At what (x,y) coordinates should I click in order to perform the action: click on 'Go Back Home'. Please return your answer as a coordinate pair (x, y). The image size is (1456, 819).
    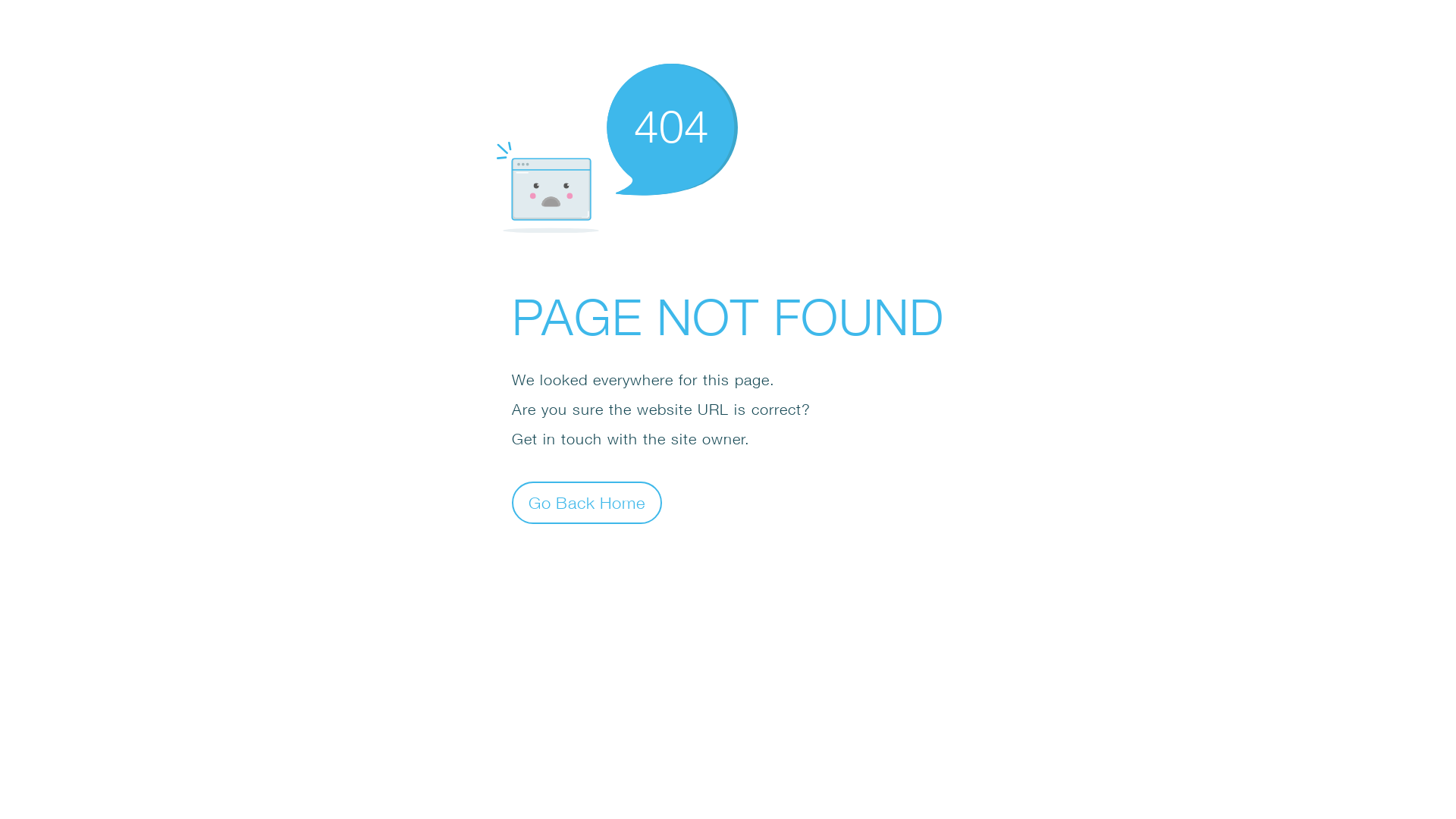
    Looking at the image, I should click on (585, 503).